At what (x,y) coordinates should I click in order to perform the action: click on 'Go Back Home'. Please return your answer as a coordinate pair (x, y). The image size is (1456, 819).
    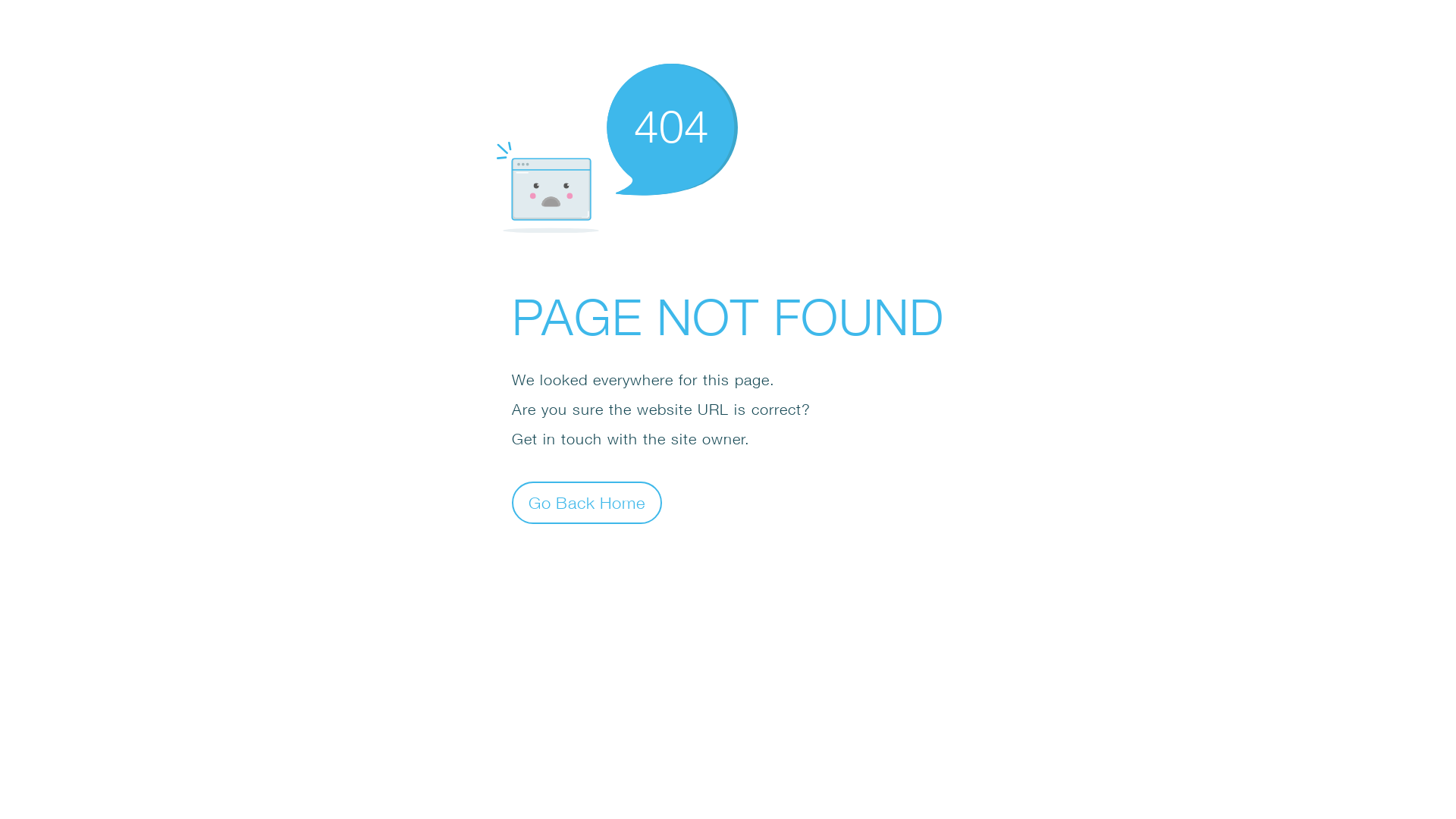
    Looking at the image, I should click on (585, 503).